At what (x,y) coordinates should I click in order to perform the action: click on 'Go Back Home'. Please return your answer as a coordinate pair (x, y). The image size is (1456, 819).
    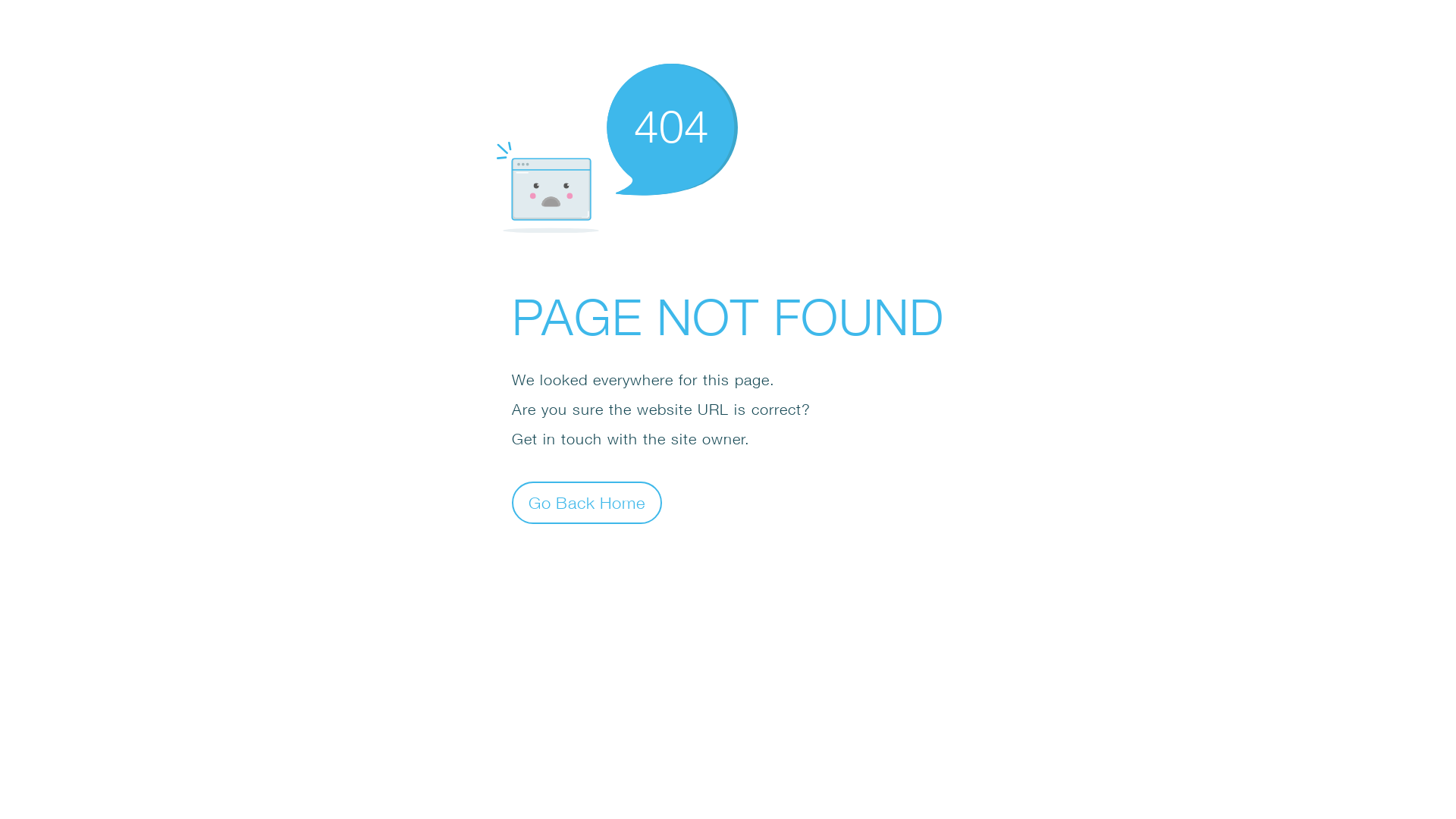
    Looking at the image, I should click on (585, 503).